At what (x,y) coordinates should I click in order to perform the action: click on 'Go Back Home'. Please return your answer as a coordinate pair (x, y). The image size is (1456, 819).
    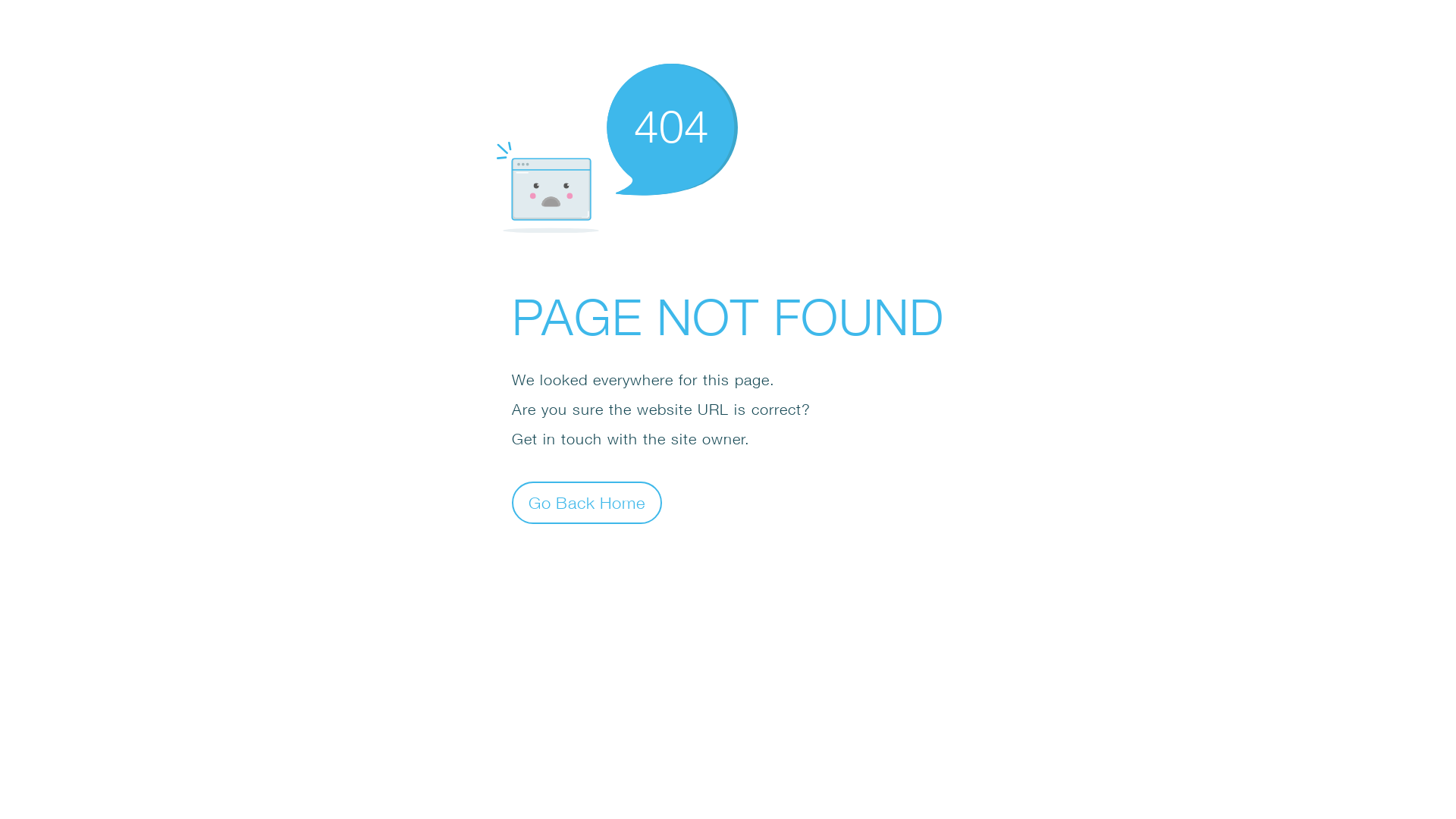
    Looking at the image, I should click on (585, 503).